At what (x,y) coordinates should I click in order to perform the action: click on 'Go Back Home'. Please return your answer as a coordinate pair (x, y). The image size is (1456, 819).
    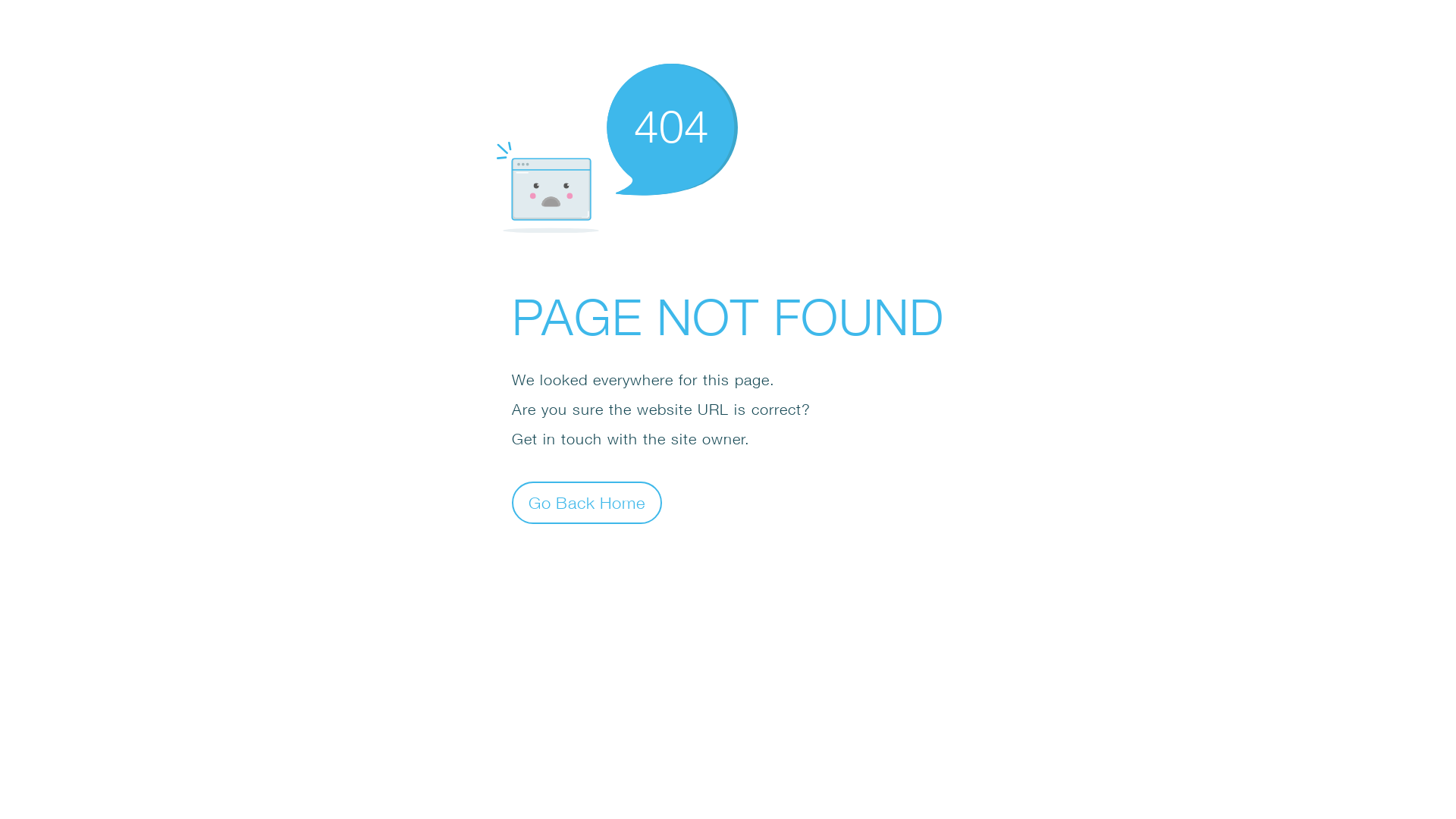
    Looking at the image, I should click on (585, 503).